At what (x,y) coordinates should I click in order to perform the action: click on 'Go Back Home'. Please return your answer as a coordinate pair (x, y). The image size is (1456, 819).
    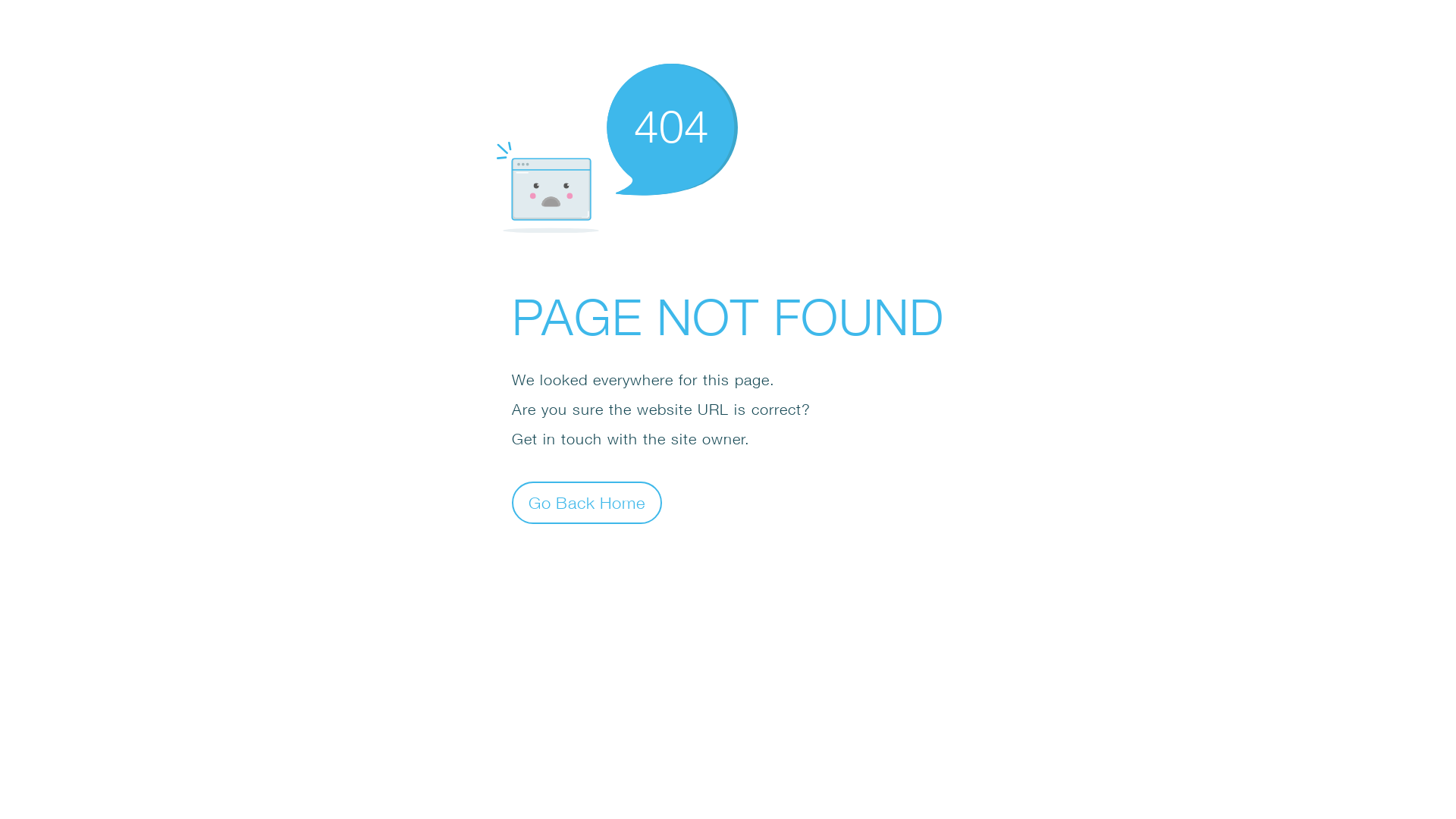
    Looking at the image, I should click on (585, 503).